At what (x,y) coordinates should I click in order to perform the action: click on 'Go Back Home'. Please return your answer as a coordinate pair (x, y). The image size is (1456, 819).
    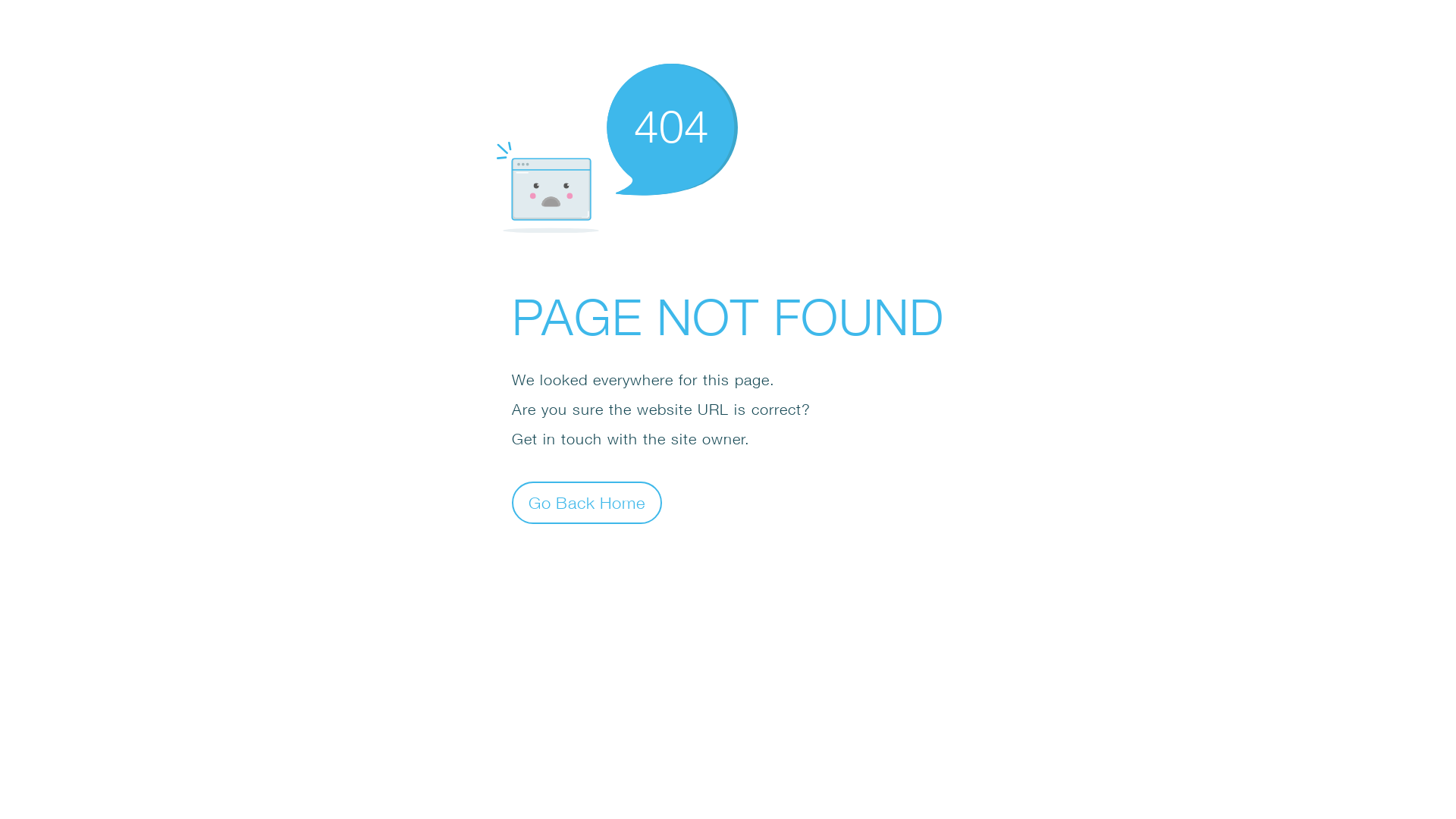
    Looking at the image, I should click on (585, 503).